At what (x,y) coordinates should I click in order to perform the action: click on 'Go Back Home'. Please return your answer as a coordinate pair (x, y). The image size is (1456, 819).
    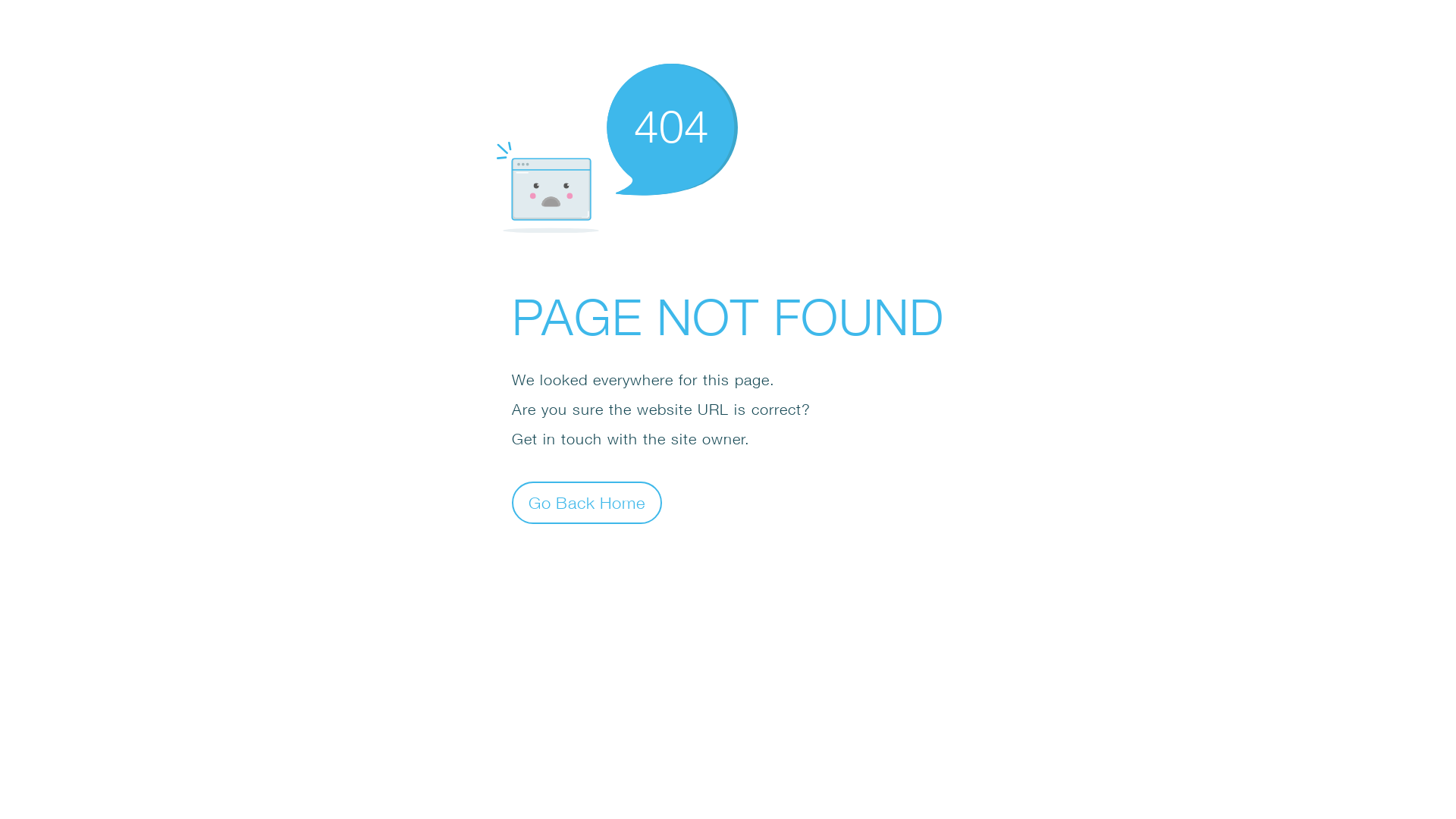
    Looking at the image, I should click on (585, 503).